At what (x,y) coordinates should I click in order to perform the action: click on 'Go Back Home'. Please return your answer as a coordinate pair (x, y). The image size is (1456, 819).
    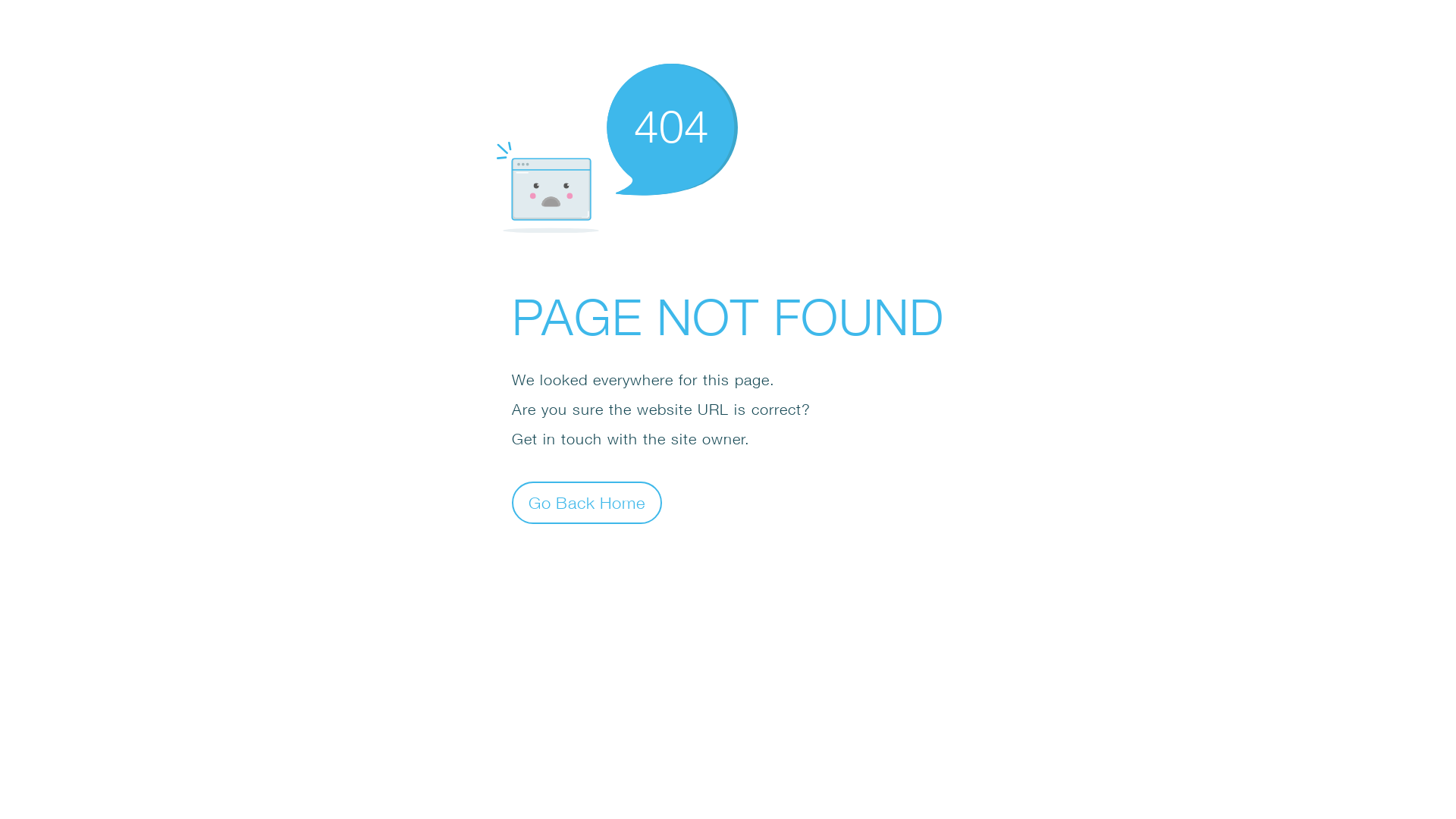
    Looking at the image, I should click on (585, 503).